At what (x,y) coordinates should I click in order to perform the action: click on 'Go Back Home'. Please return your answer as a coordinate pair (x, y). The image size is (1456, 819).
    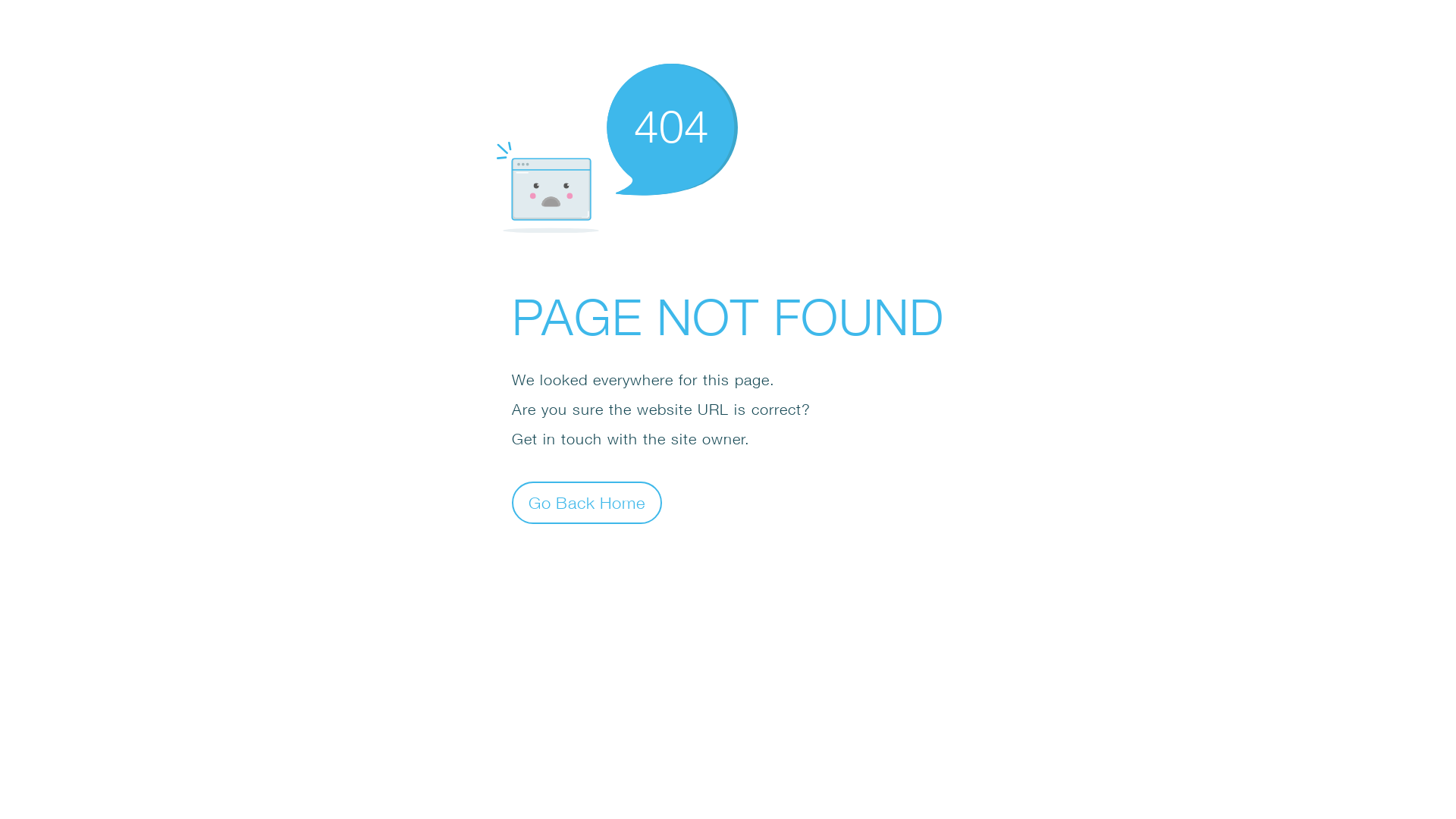
    Looking at the image, I should click on (585, 503).